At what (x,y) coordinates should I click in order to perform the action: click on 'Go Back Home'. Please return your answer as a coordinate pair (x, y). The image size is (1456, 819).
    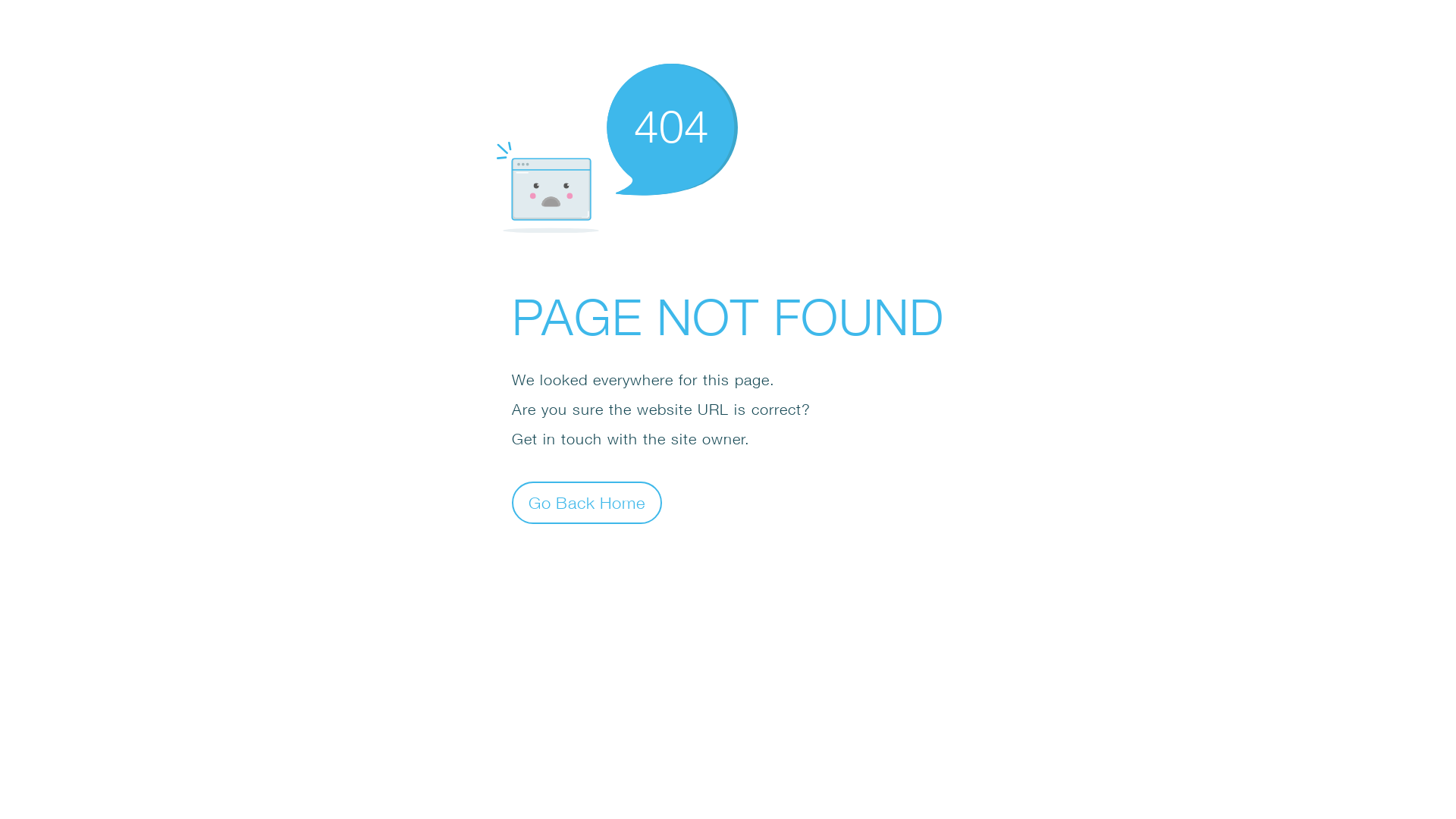
    Looking at the image, I should click on (585, 503).